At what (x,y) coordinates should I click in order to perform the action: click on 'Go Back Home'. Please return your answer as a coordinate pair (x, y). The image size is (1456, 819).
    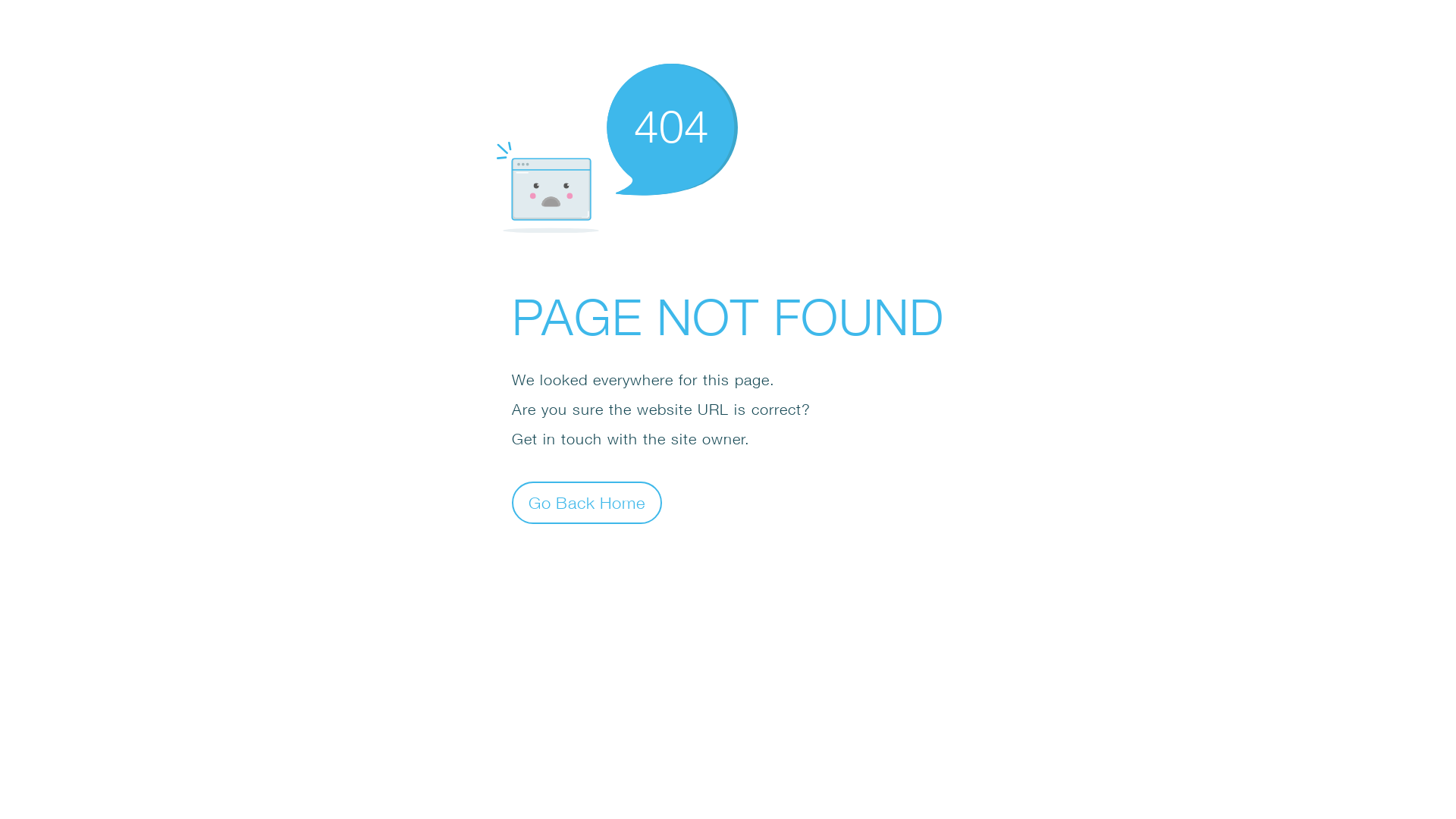
    Looking at the image, I should click on (585, 503).